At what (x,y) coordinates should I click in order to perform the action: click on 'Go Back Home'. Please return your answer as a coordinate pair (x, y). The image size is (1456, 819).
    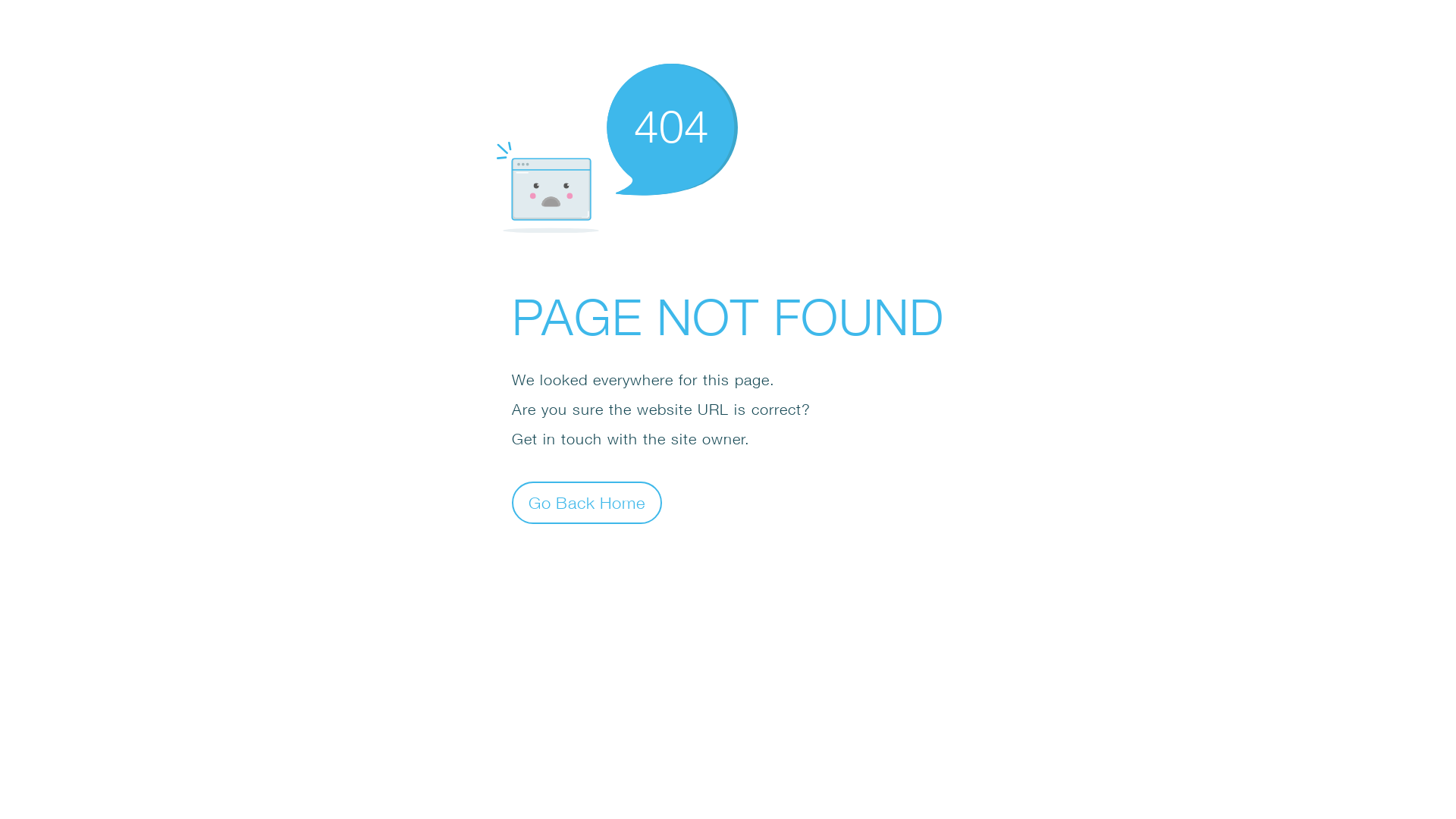
    Looking at the image, I should click on (585, 503).